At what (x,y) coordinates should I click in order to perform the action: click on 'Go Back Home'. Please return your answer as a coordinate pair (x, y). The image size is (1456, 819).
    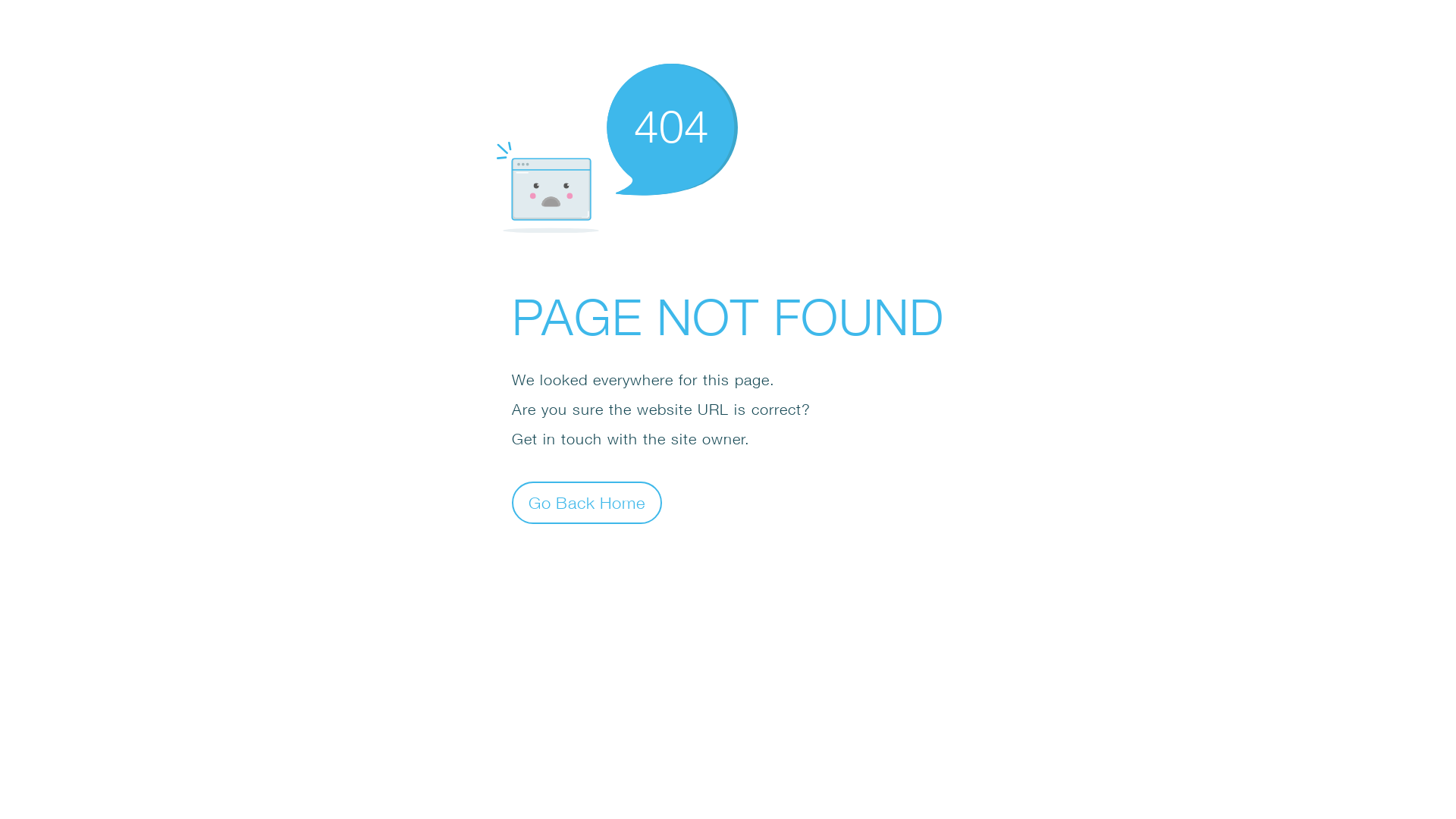
    Looking at the image, I should click on (585, 503).